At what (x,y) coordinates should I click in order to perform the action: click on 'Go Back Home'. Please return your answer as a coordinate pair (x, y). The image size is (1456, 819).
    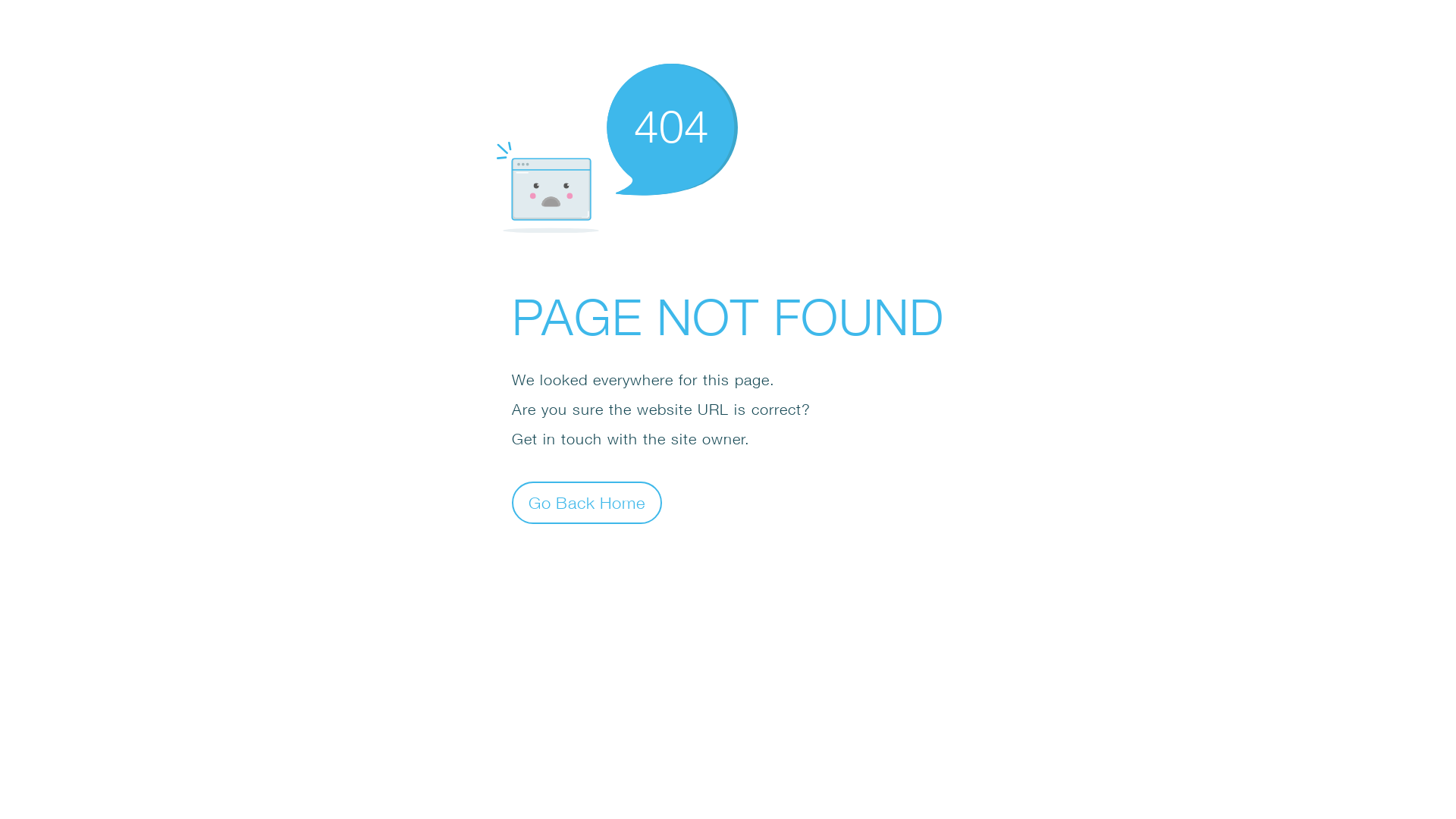
    Looking at the image, I should click on (585, 503).